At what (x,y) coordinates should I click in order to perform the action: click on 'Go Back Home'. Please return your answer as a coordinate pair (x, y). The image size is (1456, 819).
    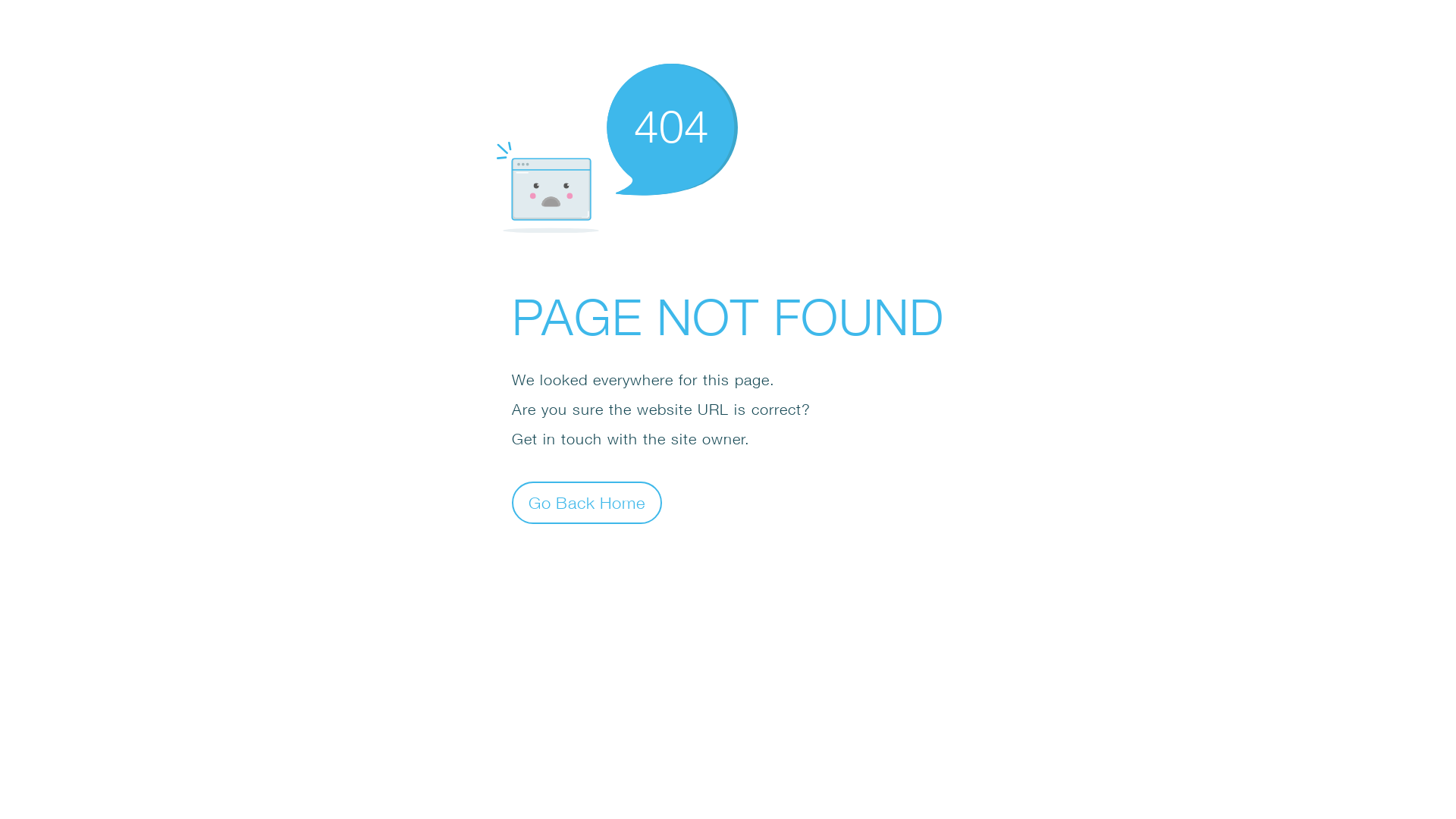
    Looking at the image, I should click on (585, 503).